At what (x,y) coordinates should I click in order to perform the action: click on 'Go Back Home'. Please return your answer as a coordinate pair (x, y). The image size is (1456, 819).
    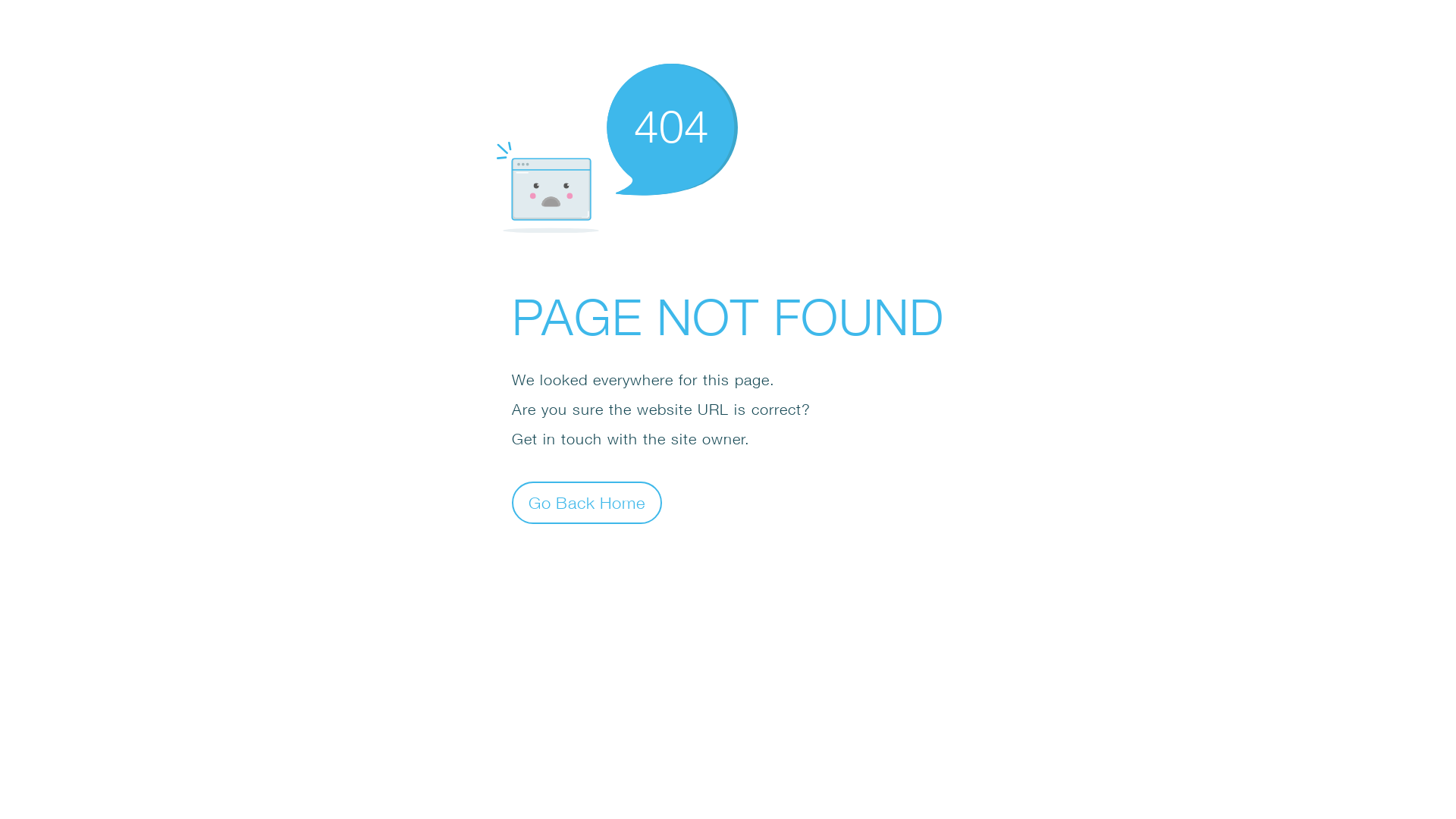
    Looking at the image, I should click on (585, 503).